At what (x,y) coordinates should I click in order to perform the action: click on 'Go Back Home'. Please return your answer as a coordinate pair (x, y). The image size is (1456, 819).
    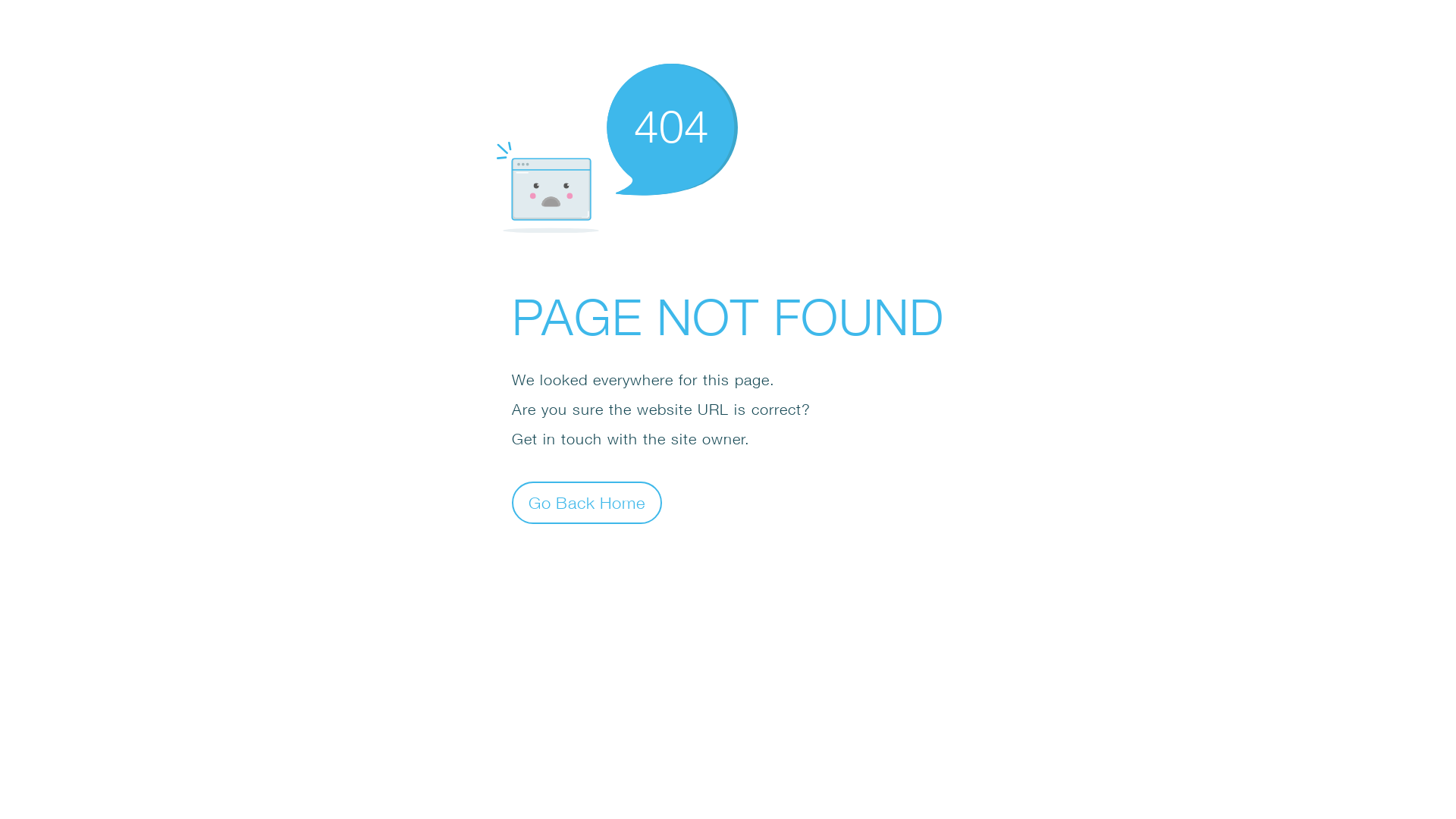
    Looking at the image, I should click on (585, 503).